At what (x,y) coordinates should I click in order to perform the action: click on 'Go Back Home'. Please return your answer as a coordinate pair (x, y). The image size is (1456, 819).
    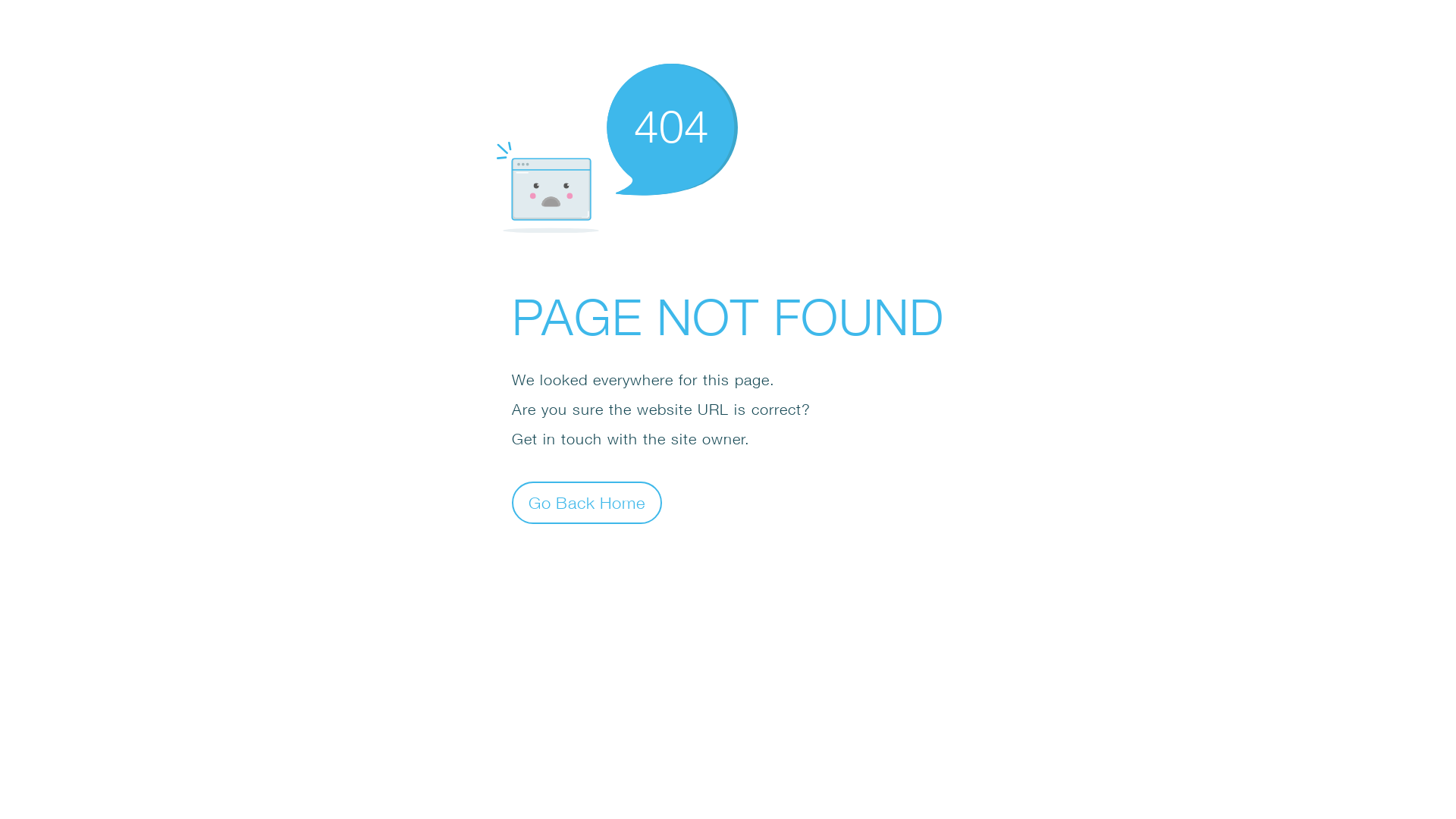
    Looking at the image, I should click on (585, 503).